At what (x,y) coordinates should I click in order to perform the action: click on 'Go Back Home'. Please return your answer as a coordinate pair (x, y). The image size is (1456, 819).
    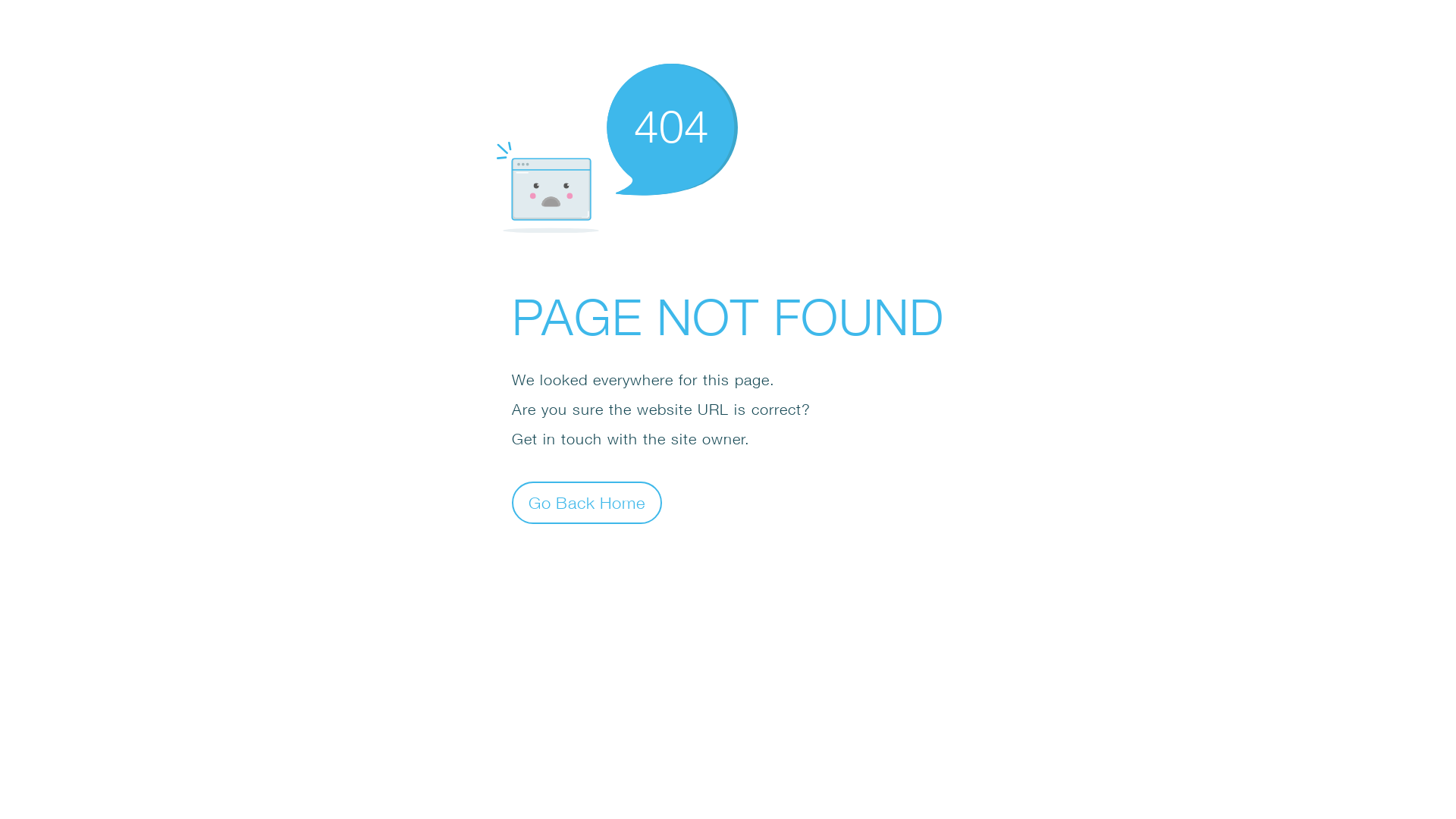
    Looking at the image, I should click on (585, 503).